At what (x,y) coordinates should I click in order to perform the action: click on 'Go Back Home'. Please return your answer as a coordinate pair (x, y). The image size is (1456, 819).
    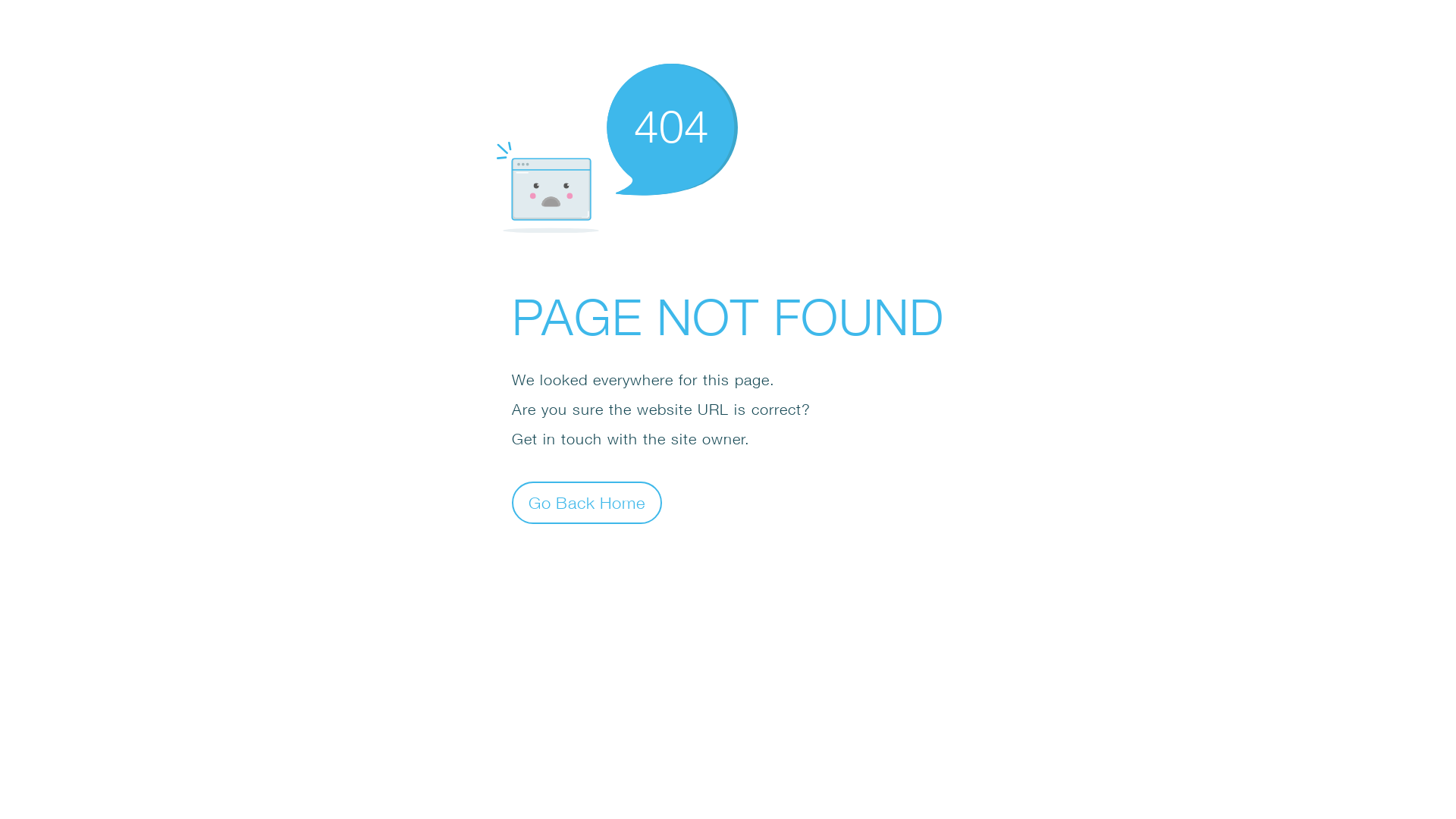
    Looking at the image, I should click on (585, 503).